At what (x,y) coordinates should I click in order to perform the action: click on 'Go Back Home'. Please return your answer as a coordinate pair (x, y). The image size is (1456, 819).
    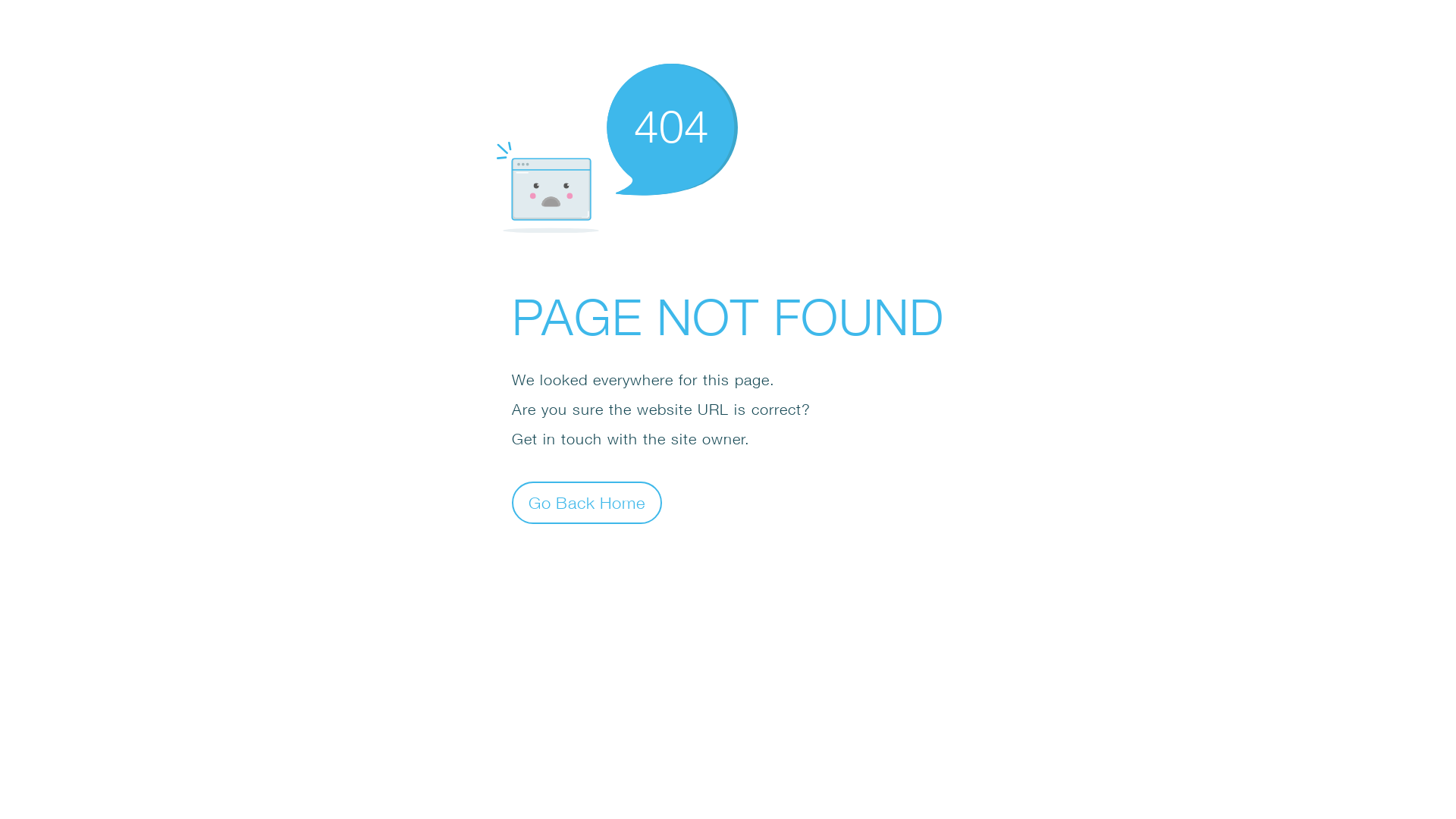
    Looking at the image, I should click on (585, 503).